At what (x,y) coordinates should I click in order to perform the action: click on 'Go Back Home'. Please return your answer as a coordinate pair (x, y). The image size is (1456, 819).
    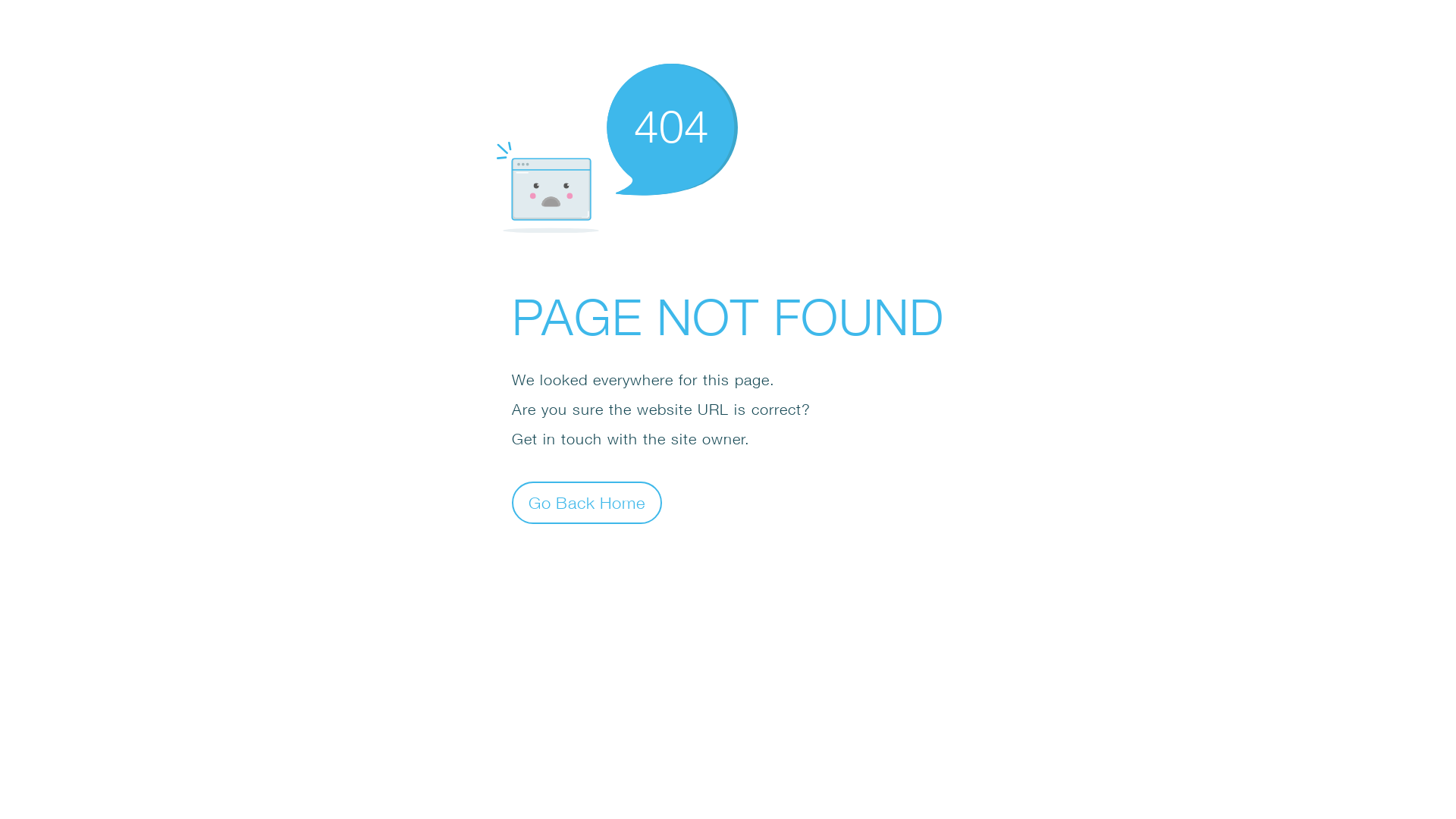
    Looking at the image, I should click on (585, 503).